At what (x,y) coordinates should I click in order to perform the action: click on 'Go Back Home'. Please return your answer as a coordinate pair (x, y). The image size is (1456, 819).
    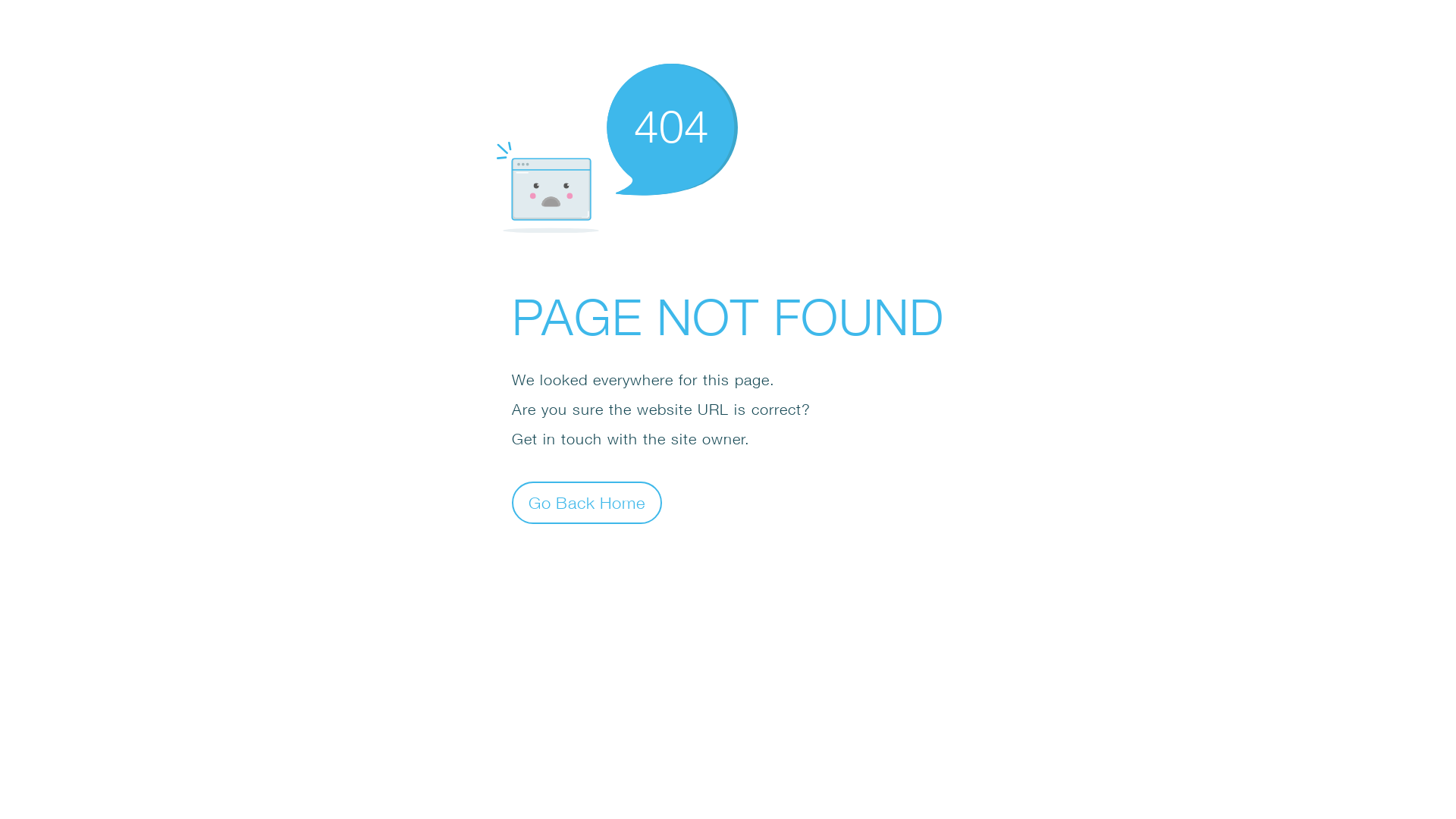
    Looking at the image, I should click on (585, 503).